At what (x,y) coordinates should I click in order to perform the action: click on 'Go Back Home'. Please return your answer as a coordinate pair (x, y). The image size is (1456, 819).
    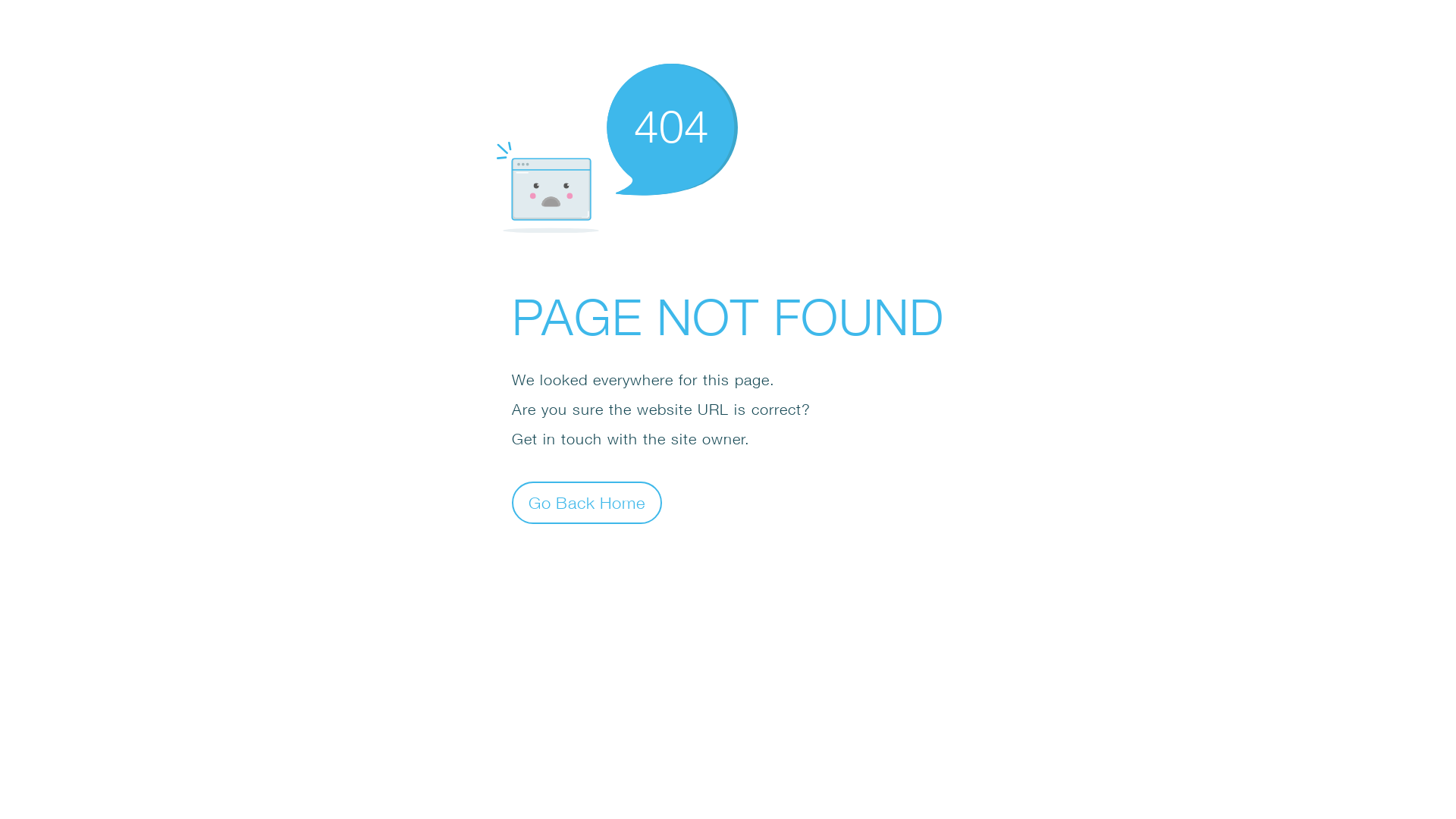
    Looking at the image, I should click on (585, 503).